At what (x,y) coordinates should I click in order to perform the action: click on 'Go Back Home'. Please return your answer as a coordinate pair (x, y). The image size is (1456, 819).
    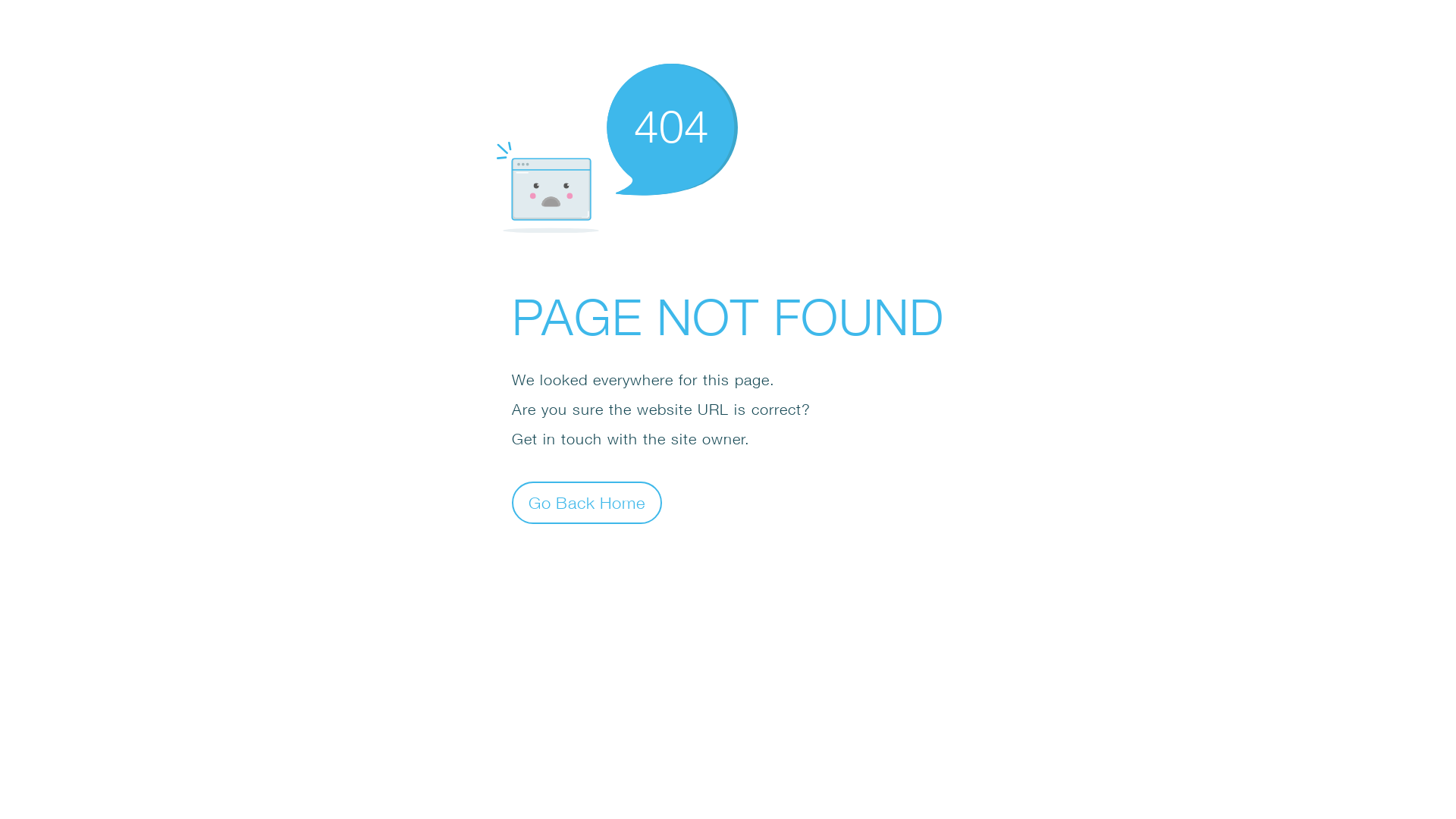
    Looking at the image, I should click on (585, 503).